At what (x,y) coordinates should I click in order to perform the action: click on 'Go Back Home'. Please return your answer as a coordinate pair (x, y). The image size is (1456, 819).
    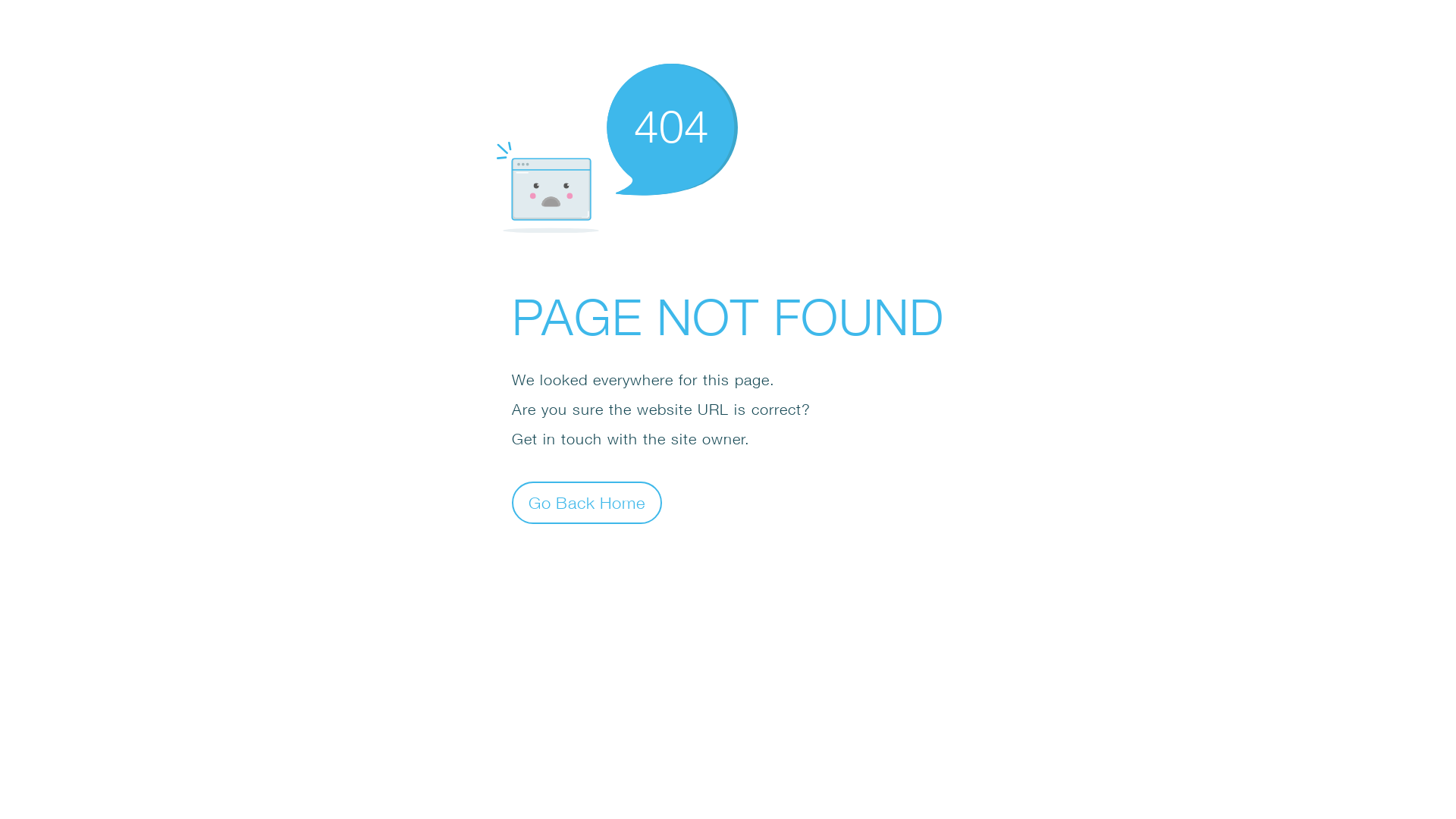
    Looking at the image, I should click on (585, 503).